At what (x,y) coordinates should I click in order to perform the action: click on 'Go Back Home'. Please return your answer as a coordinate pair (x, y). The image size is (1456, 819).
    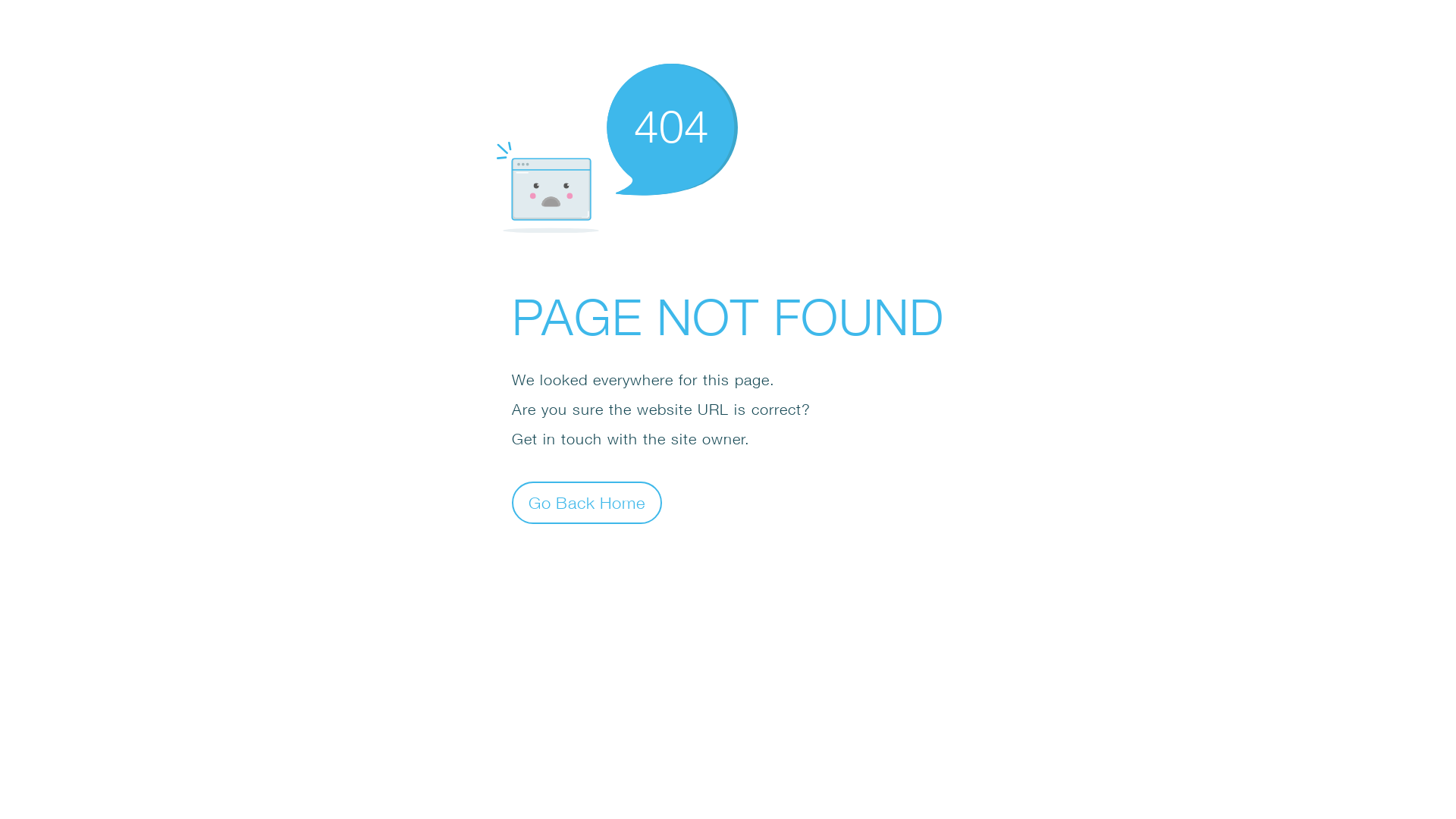
    Looking at the image, I should click on (585, 503).